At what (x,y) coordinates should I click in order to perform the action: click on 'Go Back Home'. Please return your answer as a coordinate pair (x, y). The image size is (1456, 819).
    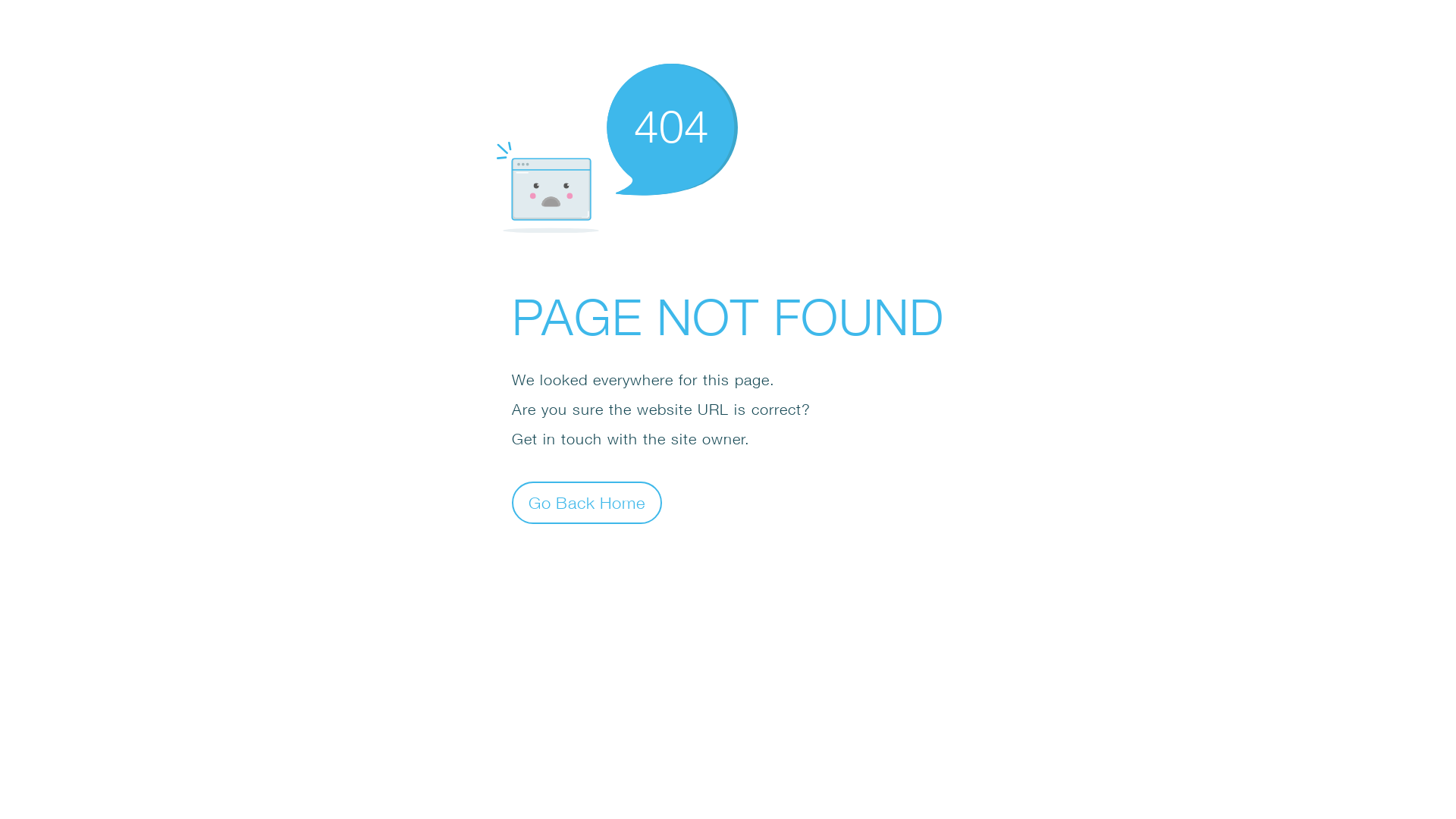
    Looking at the image, I should click on (585, 503).